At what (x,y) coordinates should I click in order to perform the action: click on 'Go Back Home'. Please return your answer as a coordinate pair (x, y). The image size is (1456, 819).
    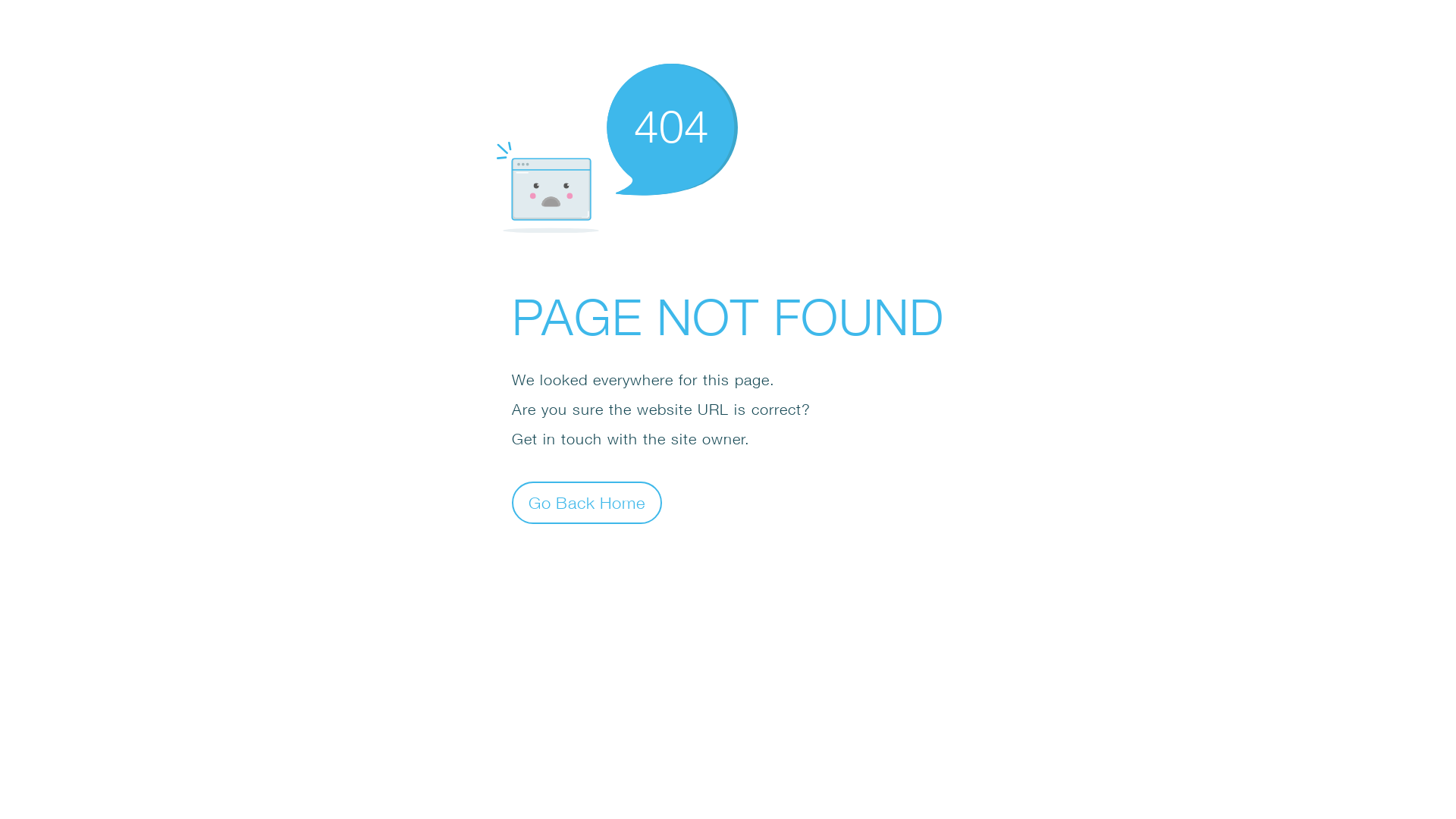
    Looking at the image, I should click on (585, 503).